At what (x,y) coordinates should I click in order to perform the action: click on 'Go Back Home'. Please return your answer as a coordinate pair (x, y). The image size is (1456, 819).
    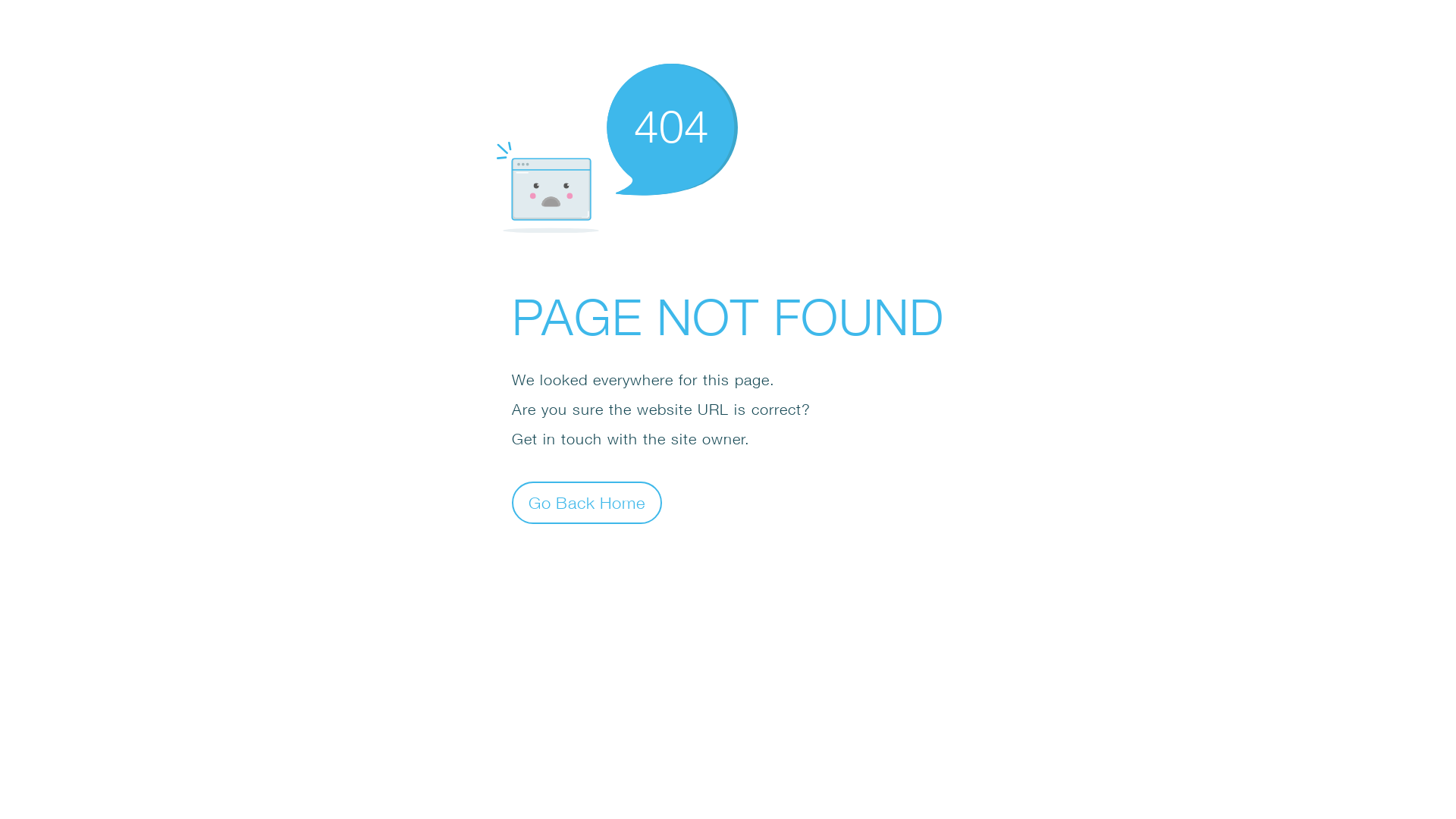
    Looking at the image, I should click on (585, 503).